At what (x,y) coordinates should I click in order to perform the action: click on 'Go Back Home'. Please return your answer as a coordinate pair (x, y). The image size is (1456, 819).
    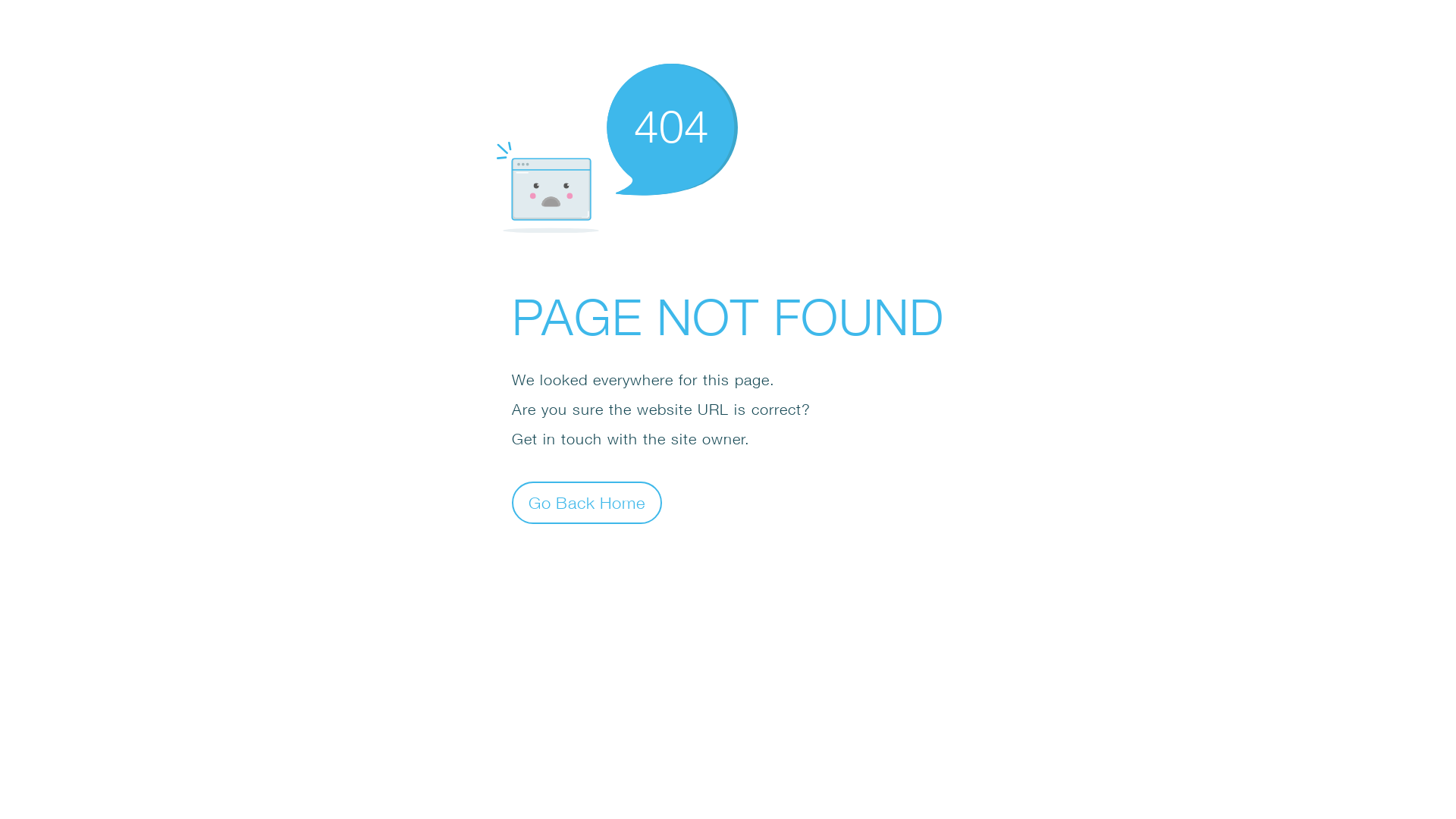
    Looking at the image, I should click on (585, 503).